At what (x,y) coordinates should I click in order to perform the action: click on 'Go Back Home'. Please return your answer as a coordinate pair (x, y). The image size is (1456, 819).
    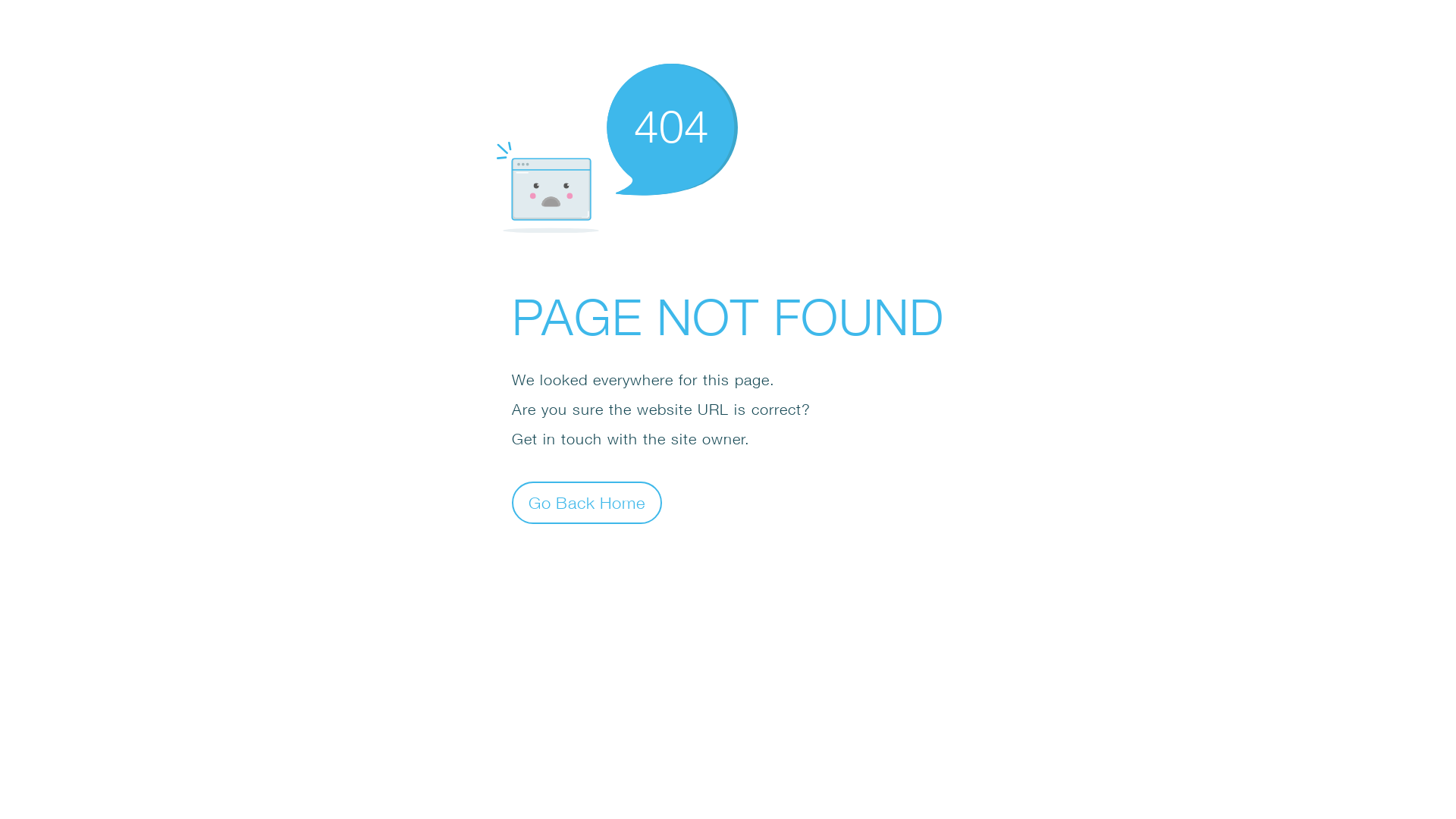
    Looking at the image, I should click on (585, 503).